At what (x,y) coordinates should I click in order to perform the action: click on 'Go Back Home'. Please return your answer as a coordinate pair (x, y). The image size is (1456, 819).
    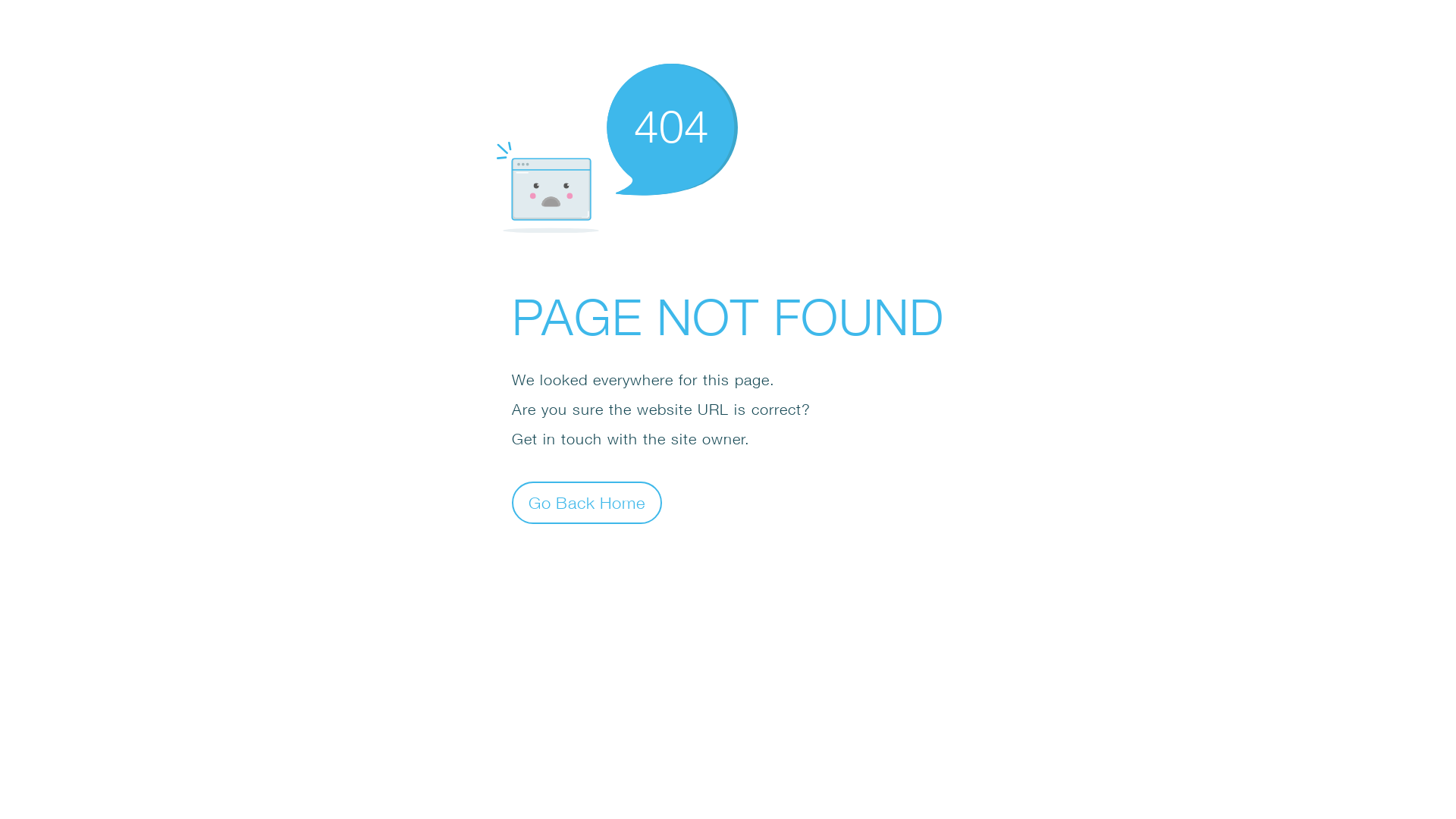
    Looking at the image, I should click on (585, 503).